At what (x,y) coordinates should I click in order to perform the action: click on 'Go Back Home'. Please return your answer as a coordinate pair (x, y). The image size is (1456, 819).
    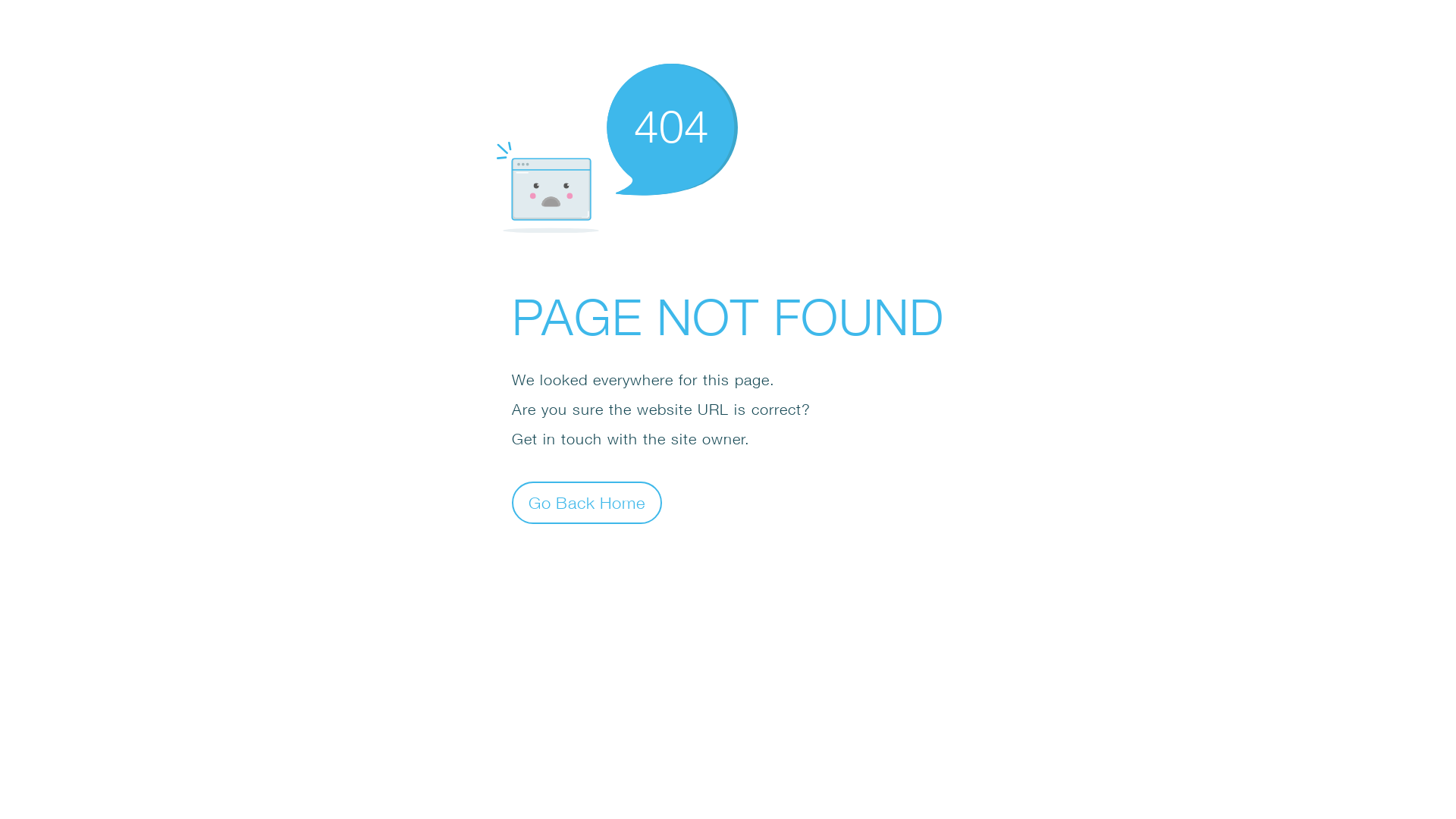
    Looking at the image, I should click on (585, 503).